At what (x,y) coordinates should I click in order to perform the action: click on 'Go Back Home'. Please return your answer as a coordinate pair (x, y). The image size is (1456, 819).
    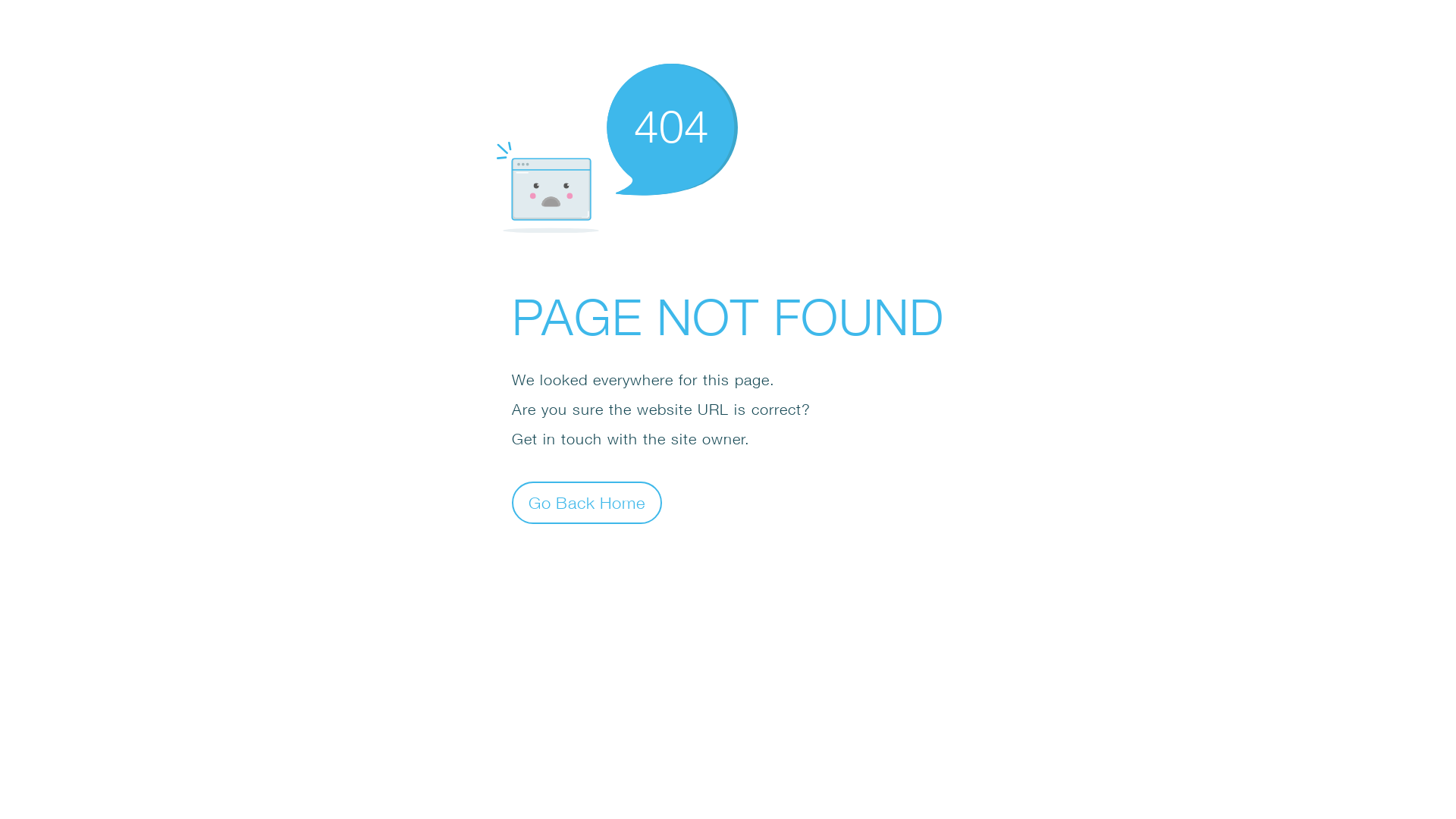
    Looking at the image, I should click on (585, 503).